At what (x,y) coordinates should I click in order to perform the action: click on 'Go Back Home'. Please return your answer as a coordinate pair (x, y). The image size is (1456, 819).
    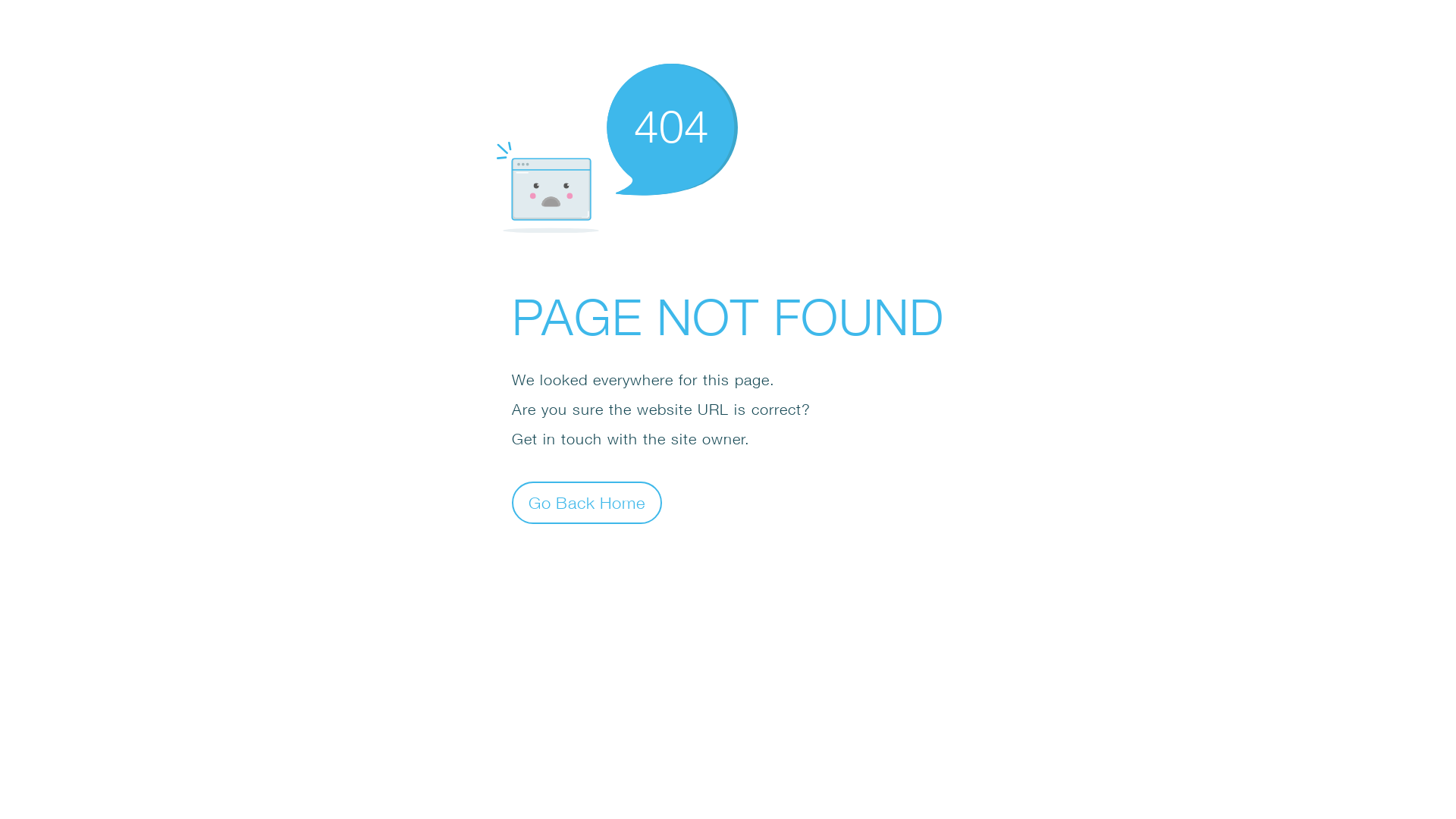
    Looking at the image, I should click on (585, 503).